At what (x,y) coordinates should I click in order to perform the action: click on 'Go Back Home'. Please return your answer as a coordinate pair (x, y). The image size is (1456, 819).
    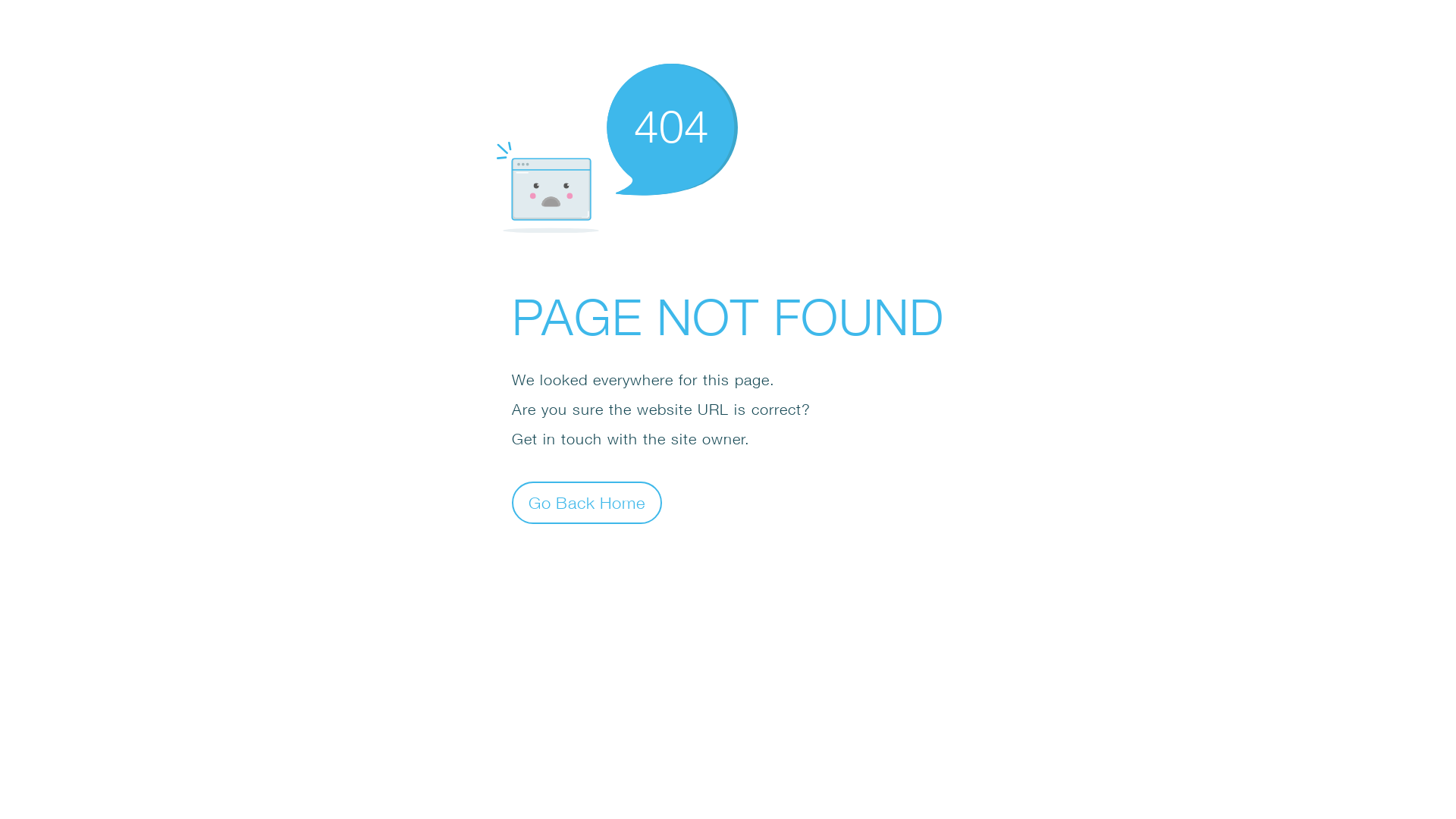
    Looking at the image, I should click on (585, 503).